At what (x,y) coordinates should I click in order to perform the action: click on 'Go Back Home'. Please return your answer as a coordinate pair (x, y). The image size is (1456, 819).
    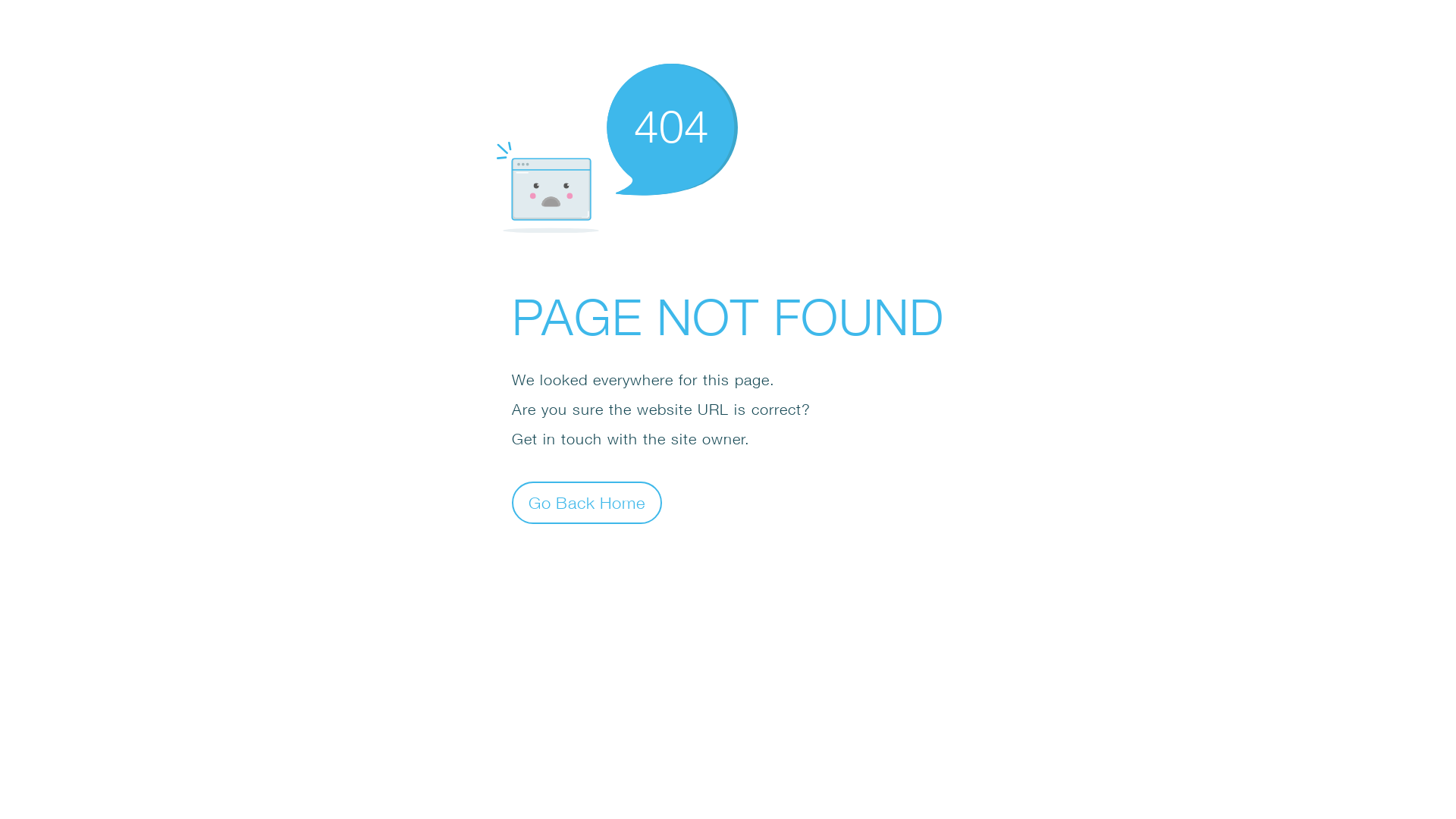
    Looking at the image, I should click on (585, 503).